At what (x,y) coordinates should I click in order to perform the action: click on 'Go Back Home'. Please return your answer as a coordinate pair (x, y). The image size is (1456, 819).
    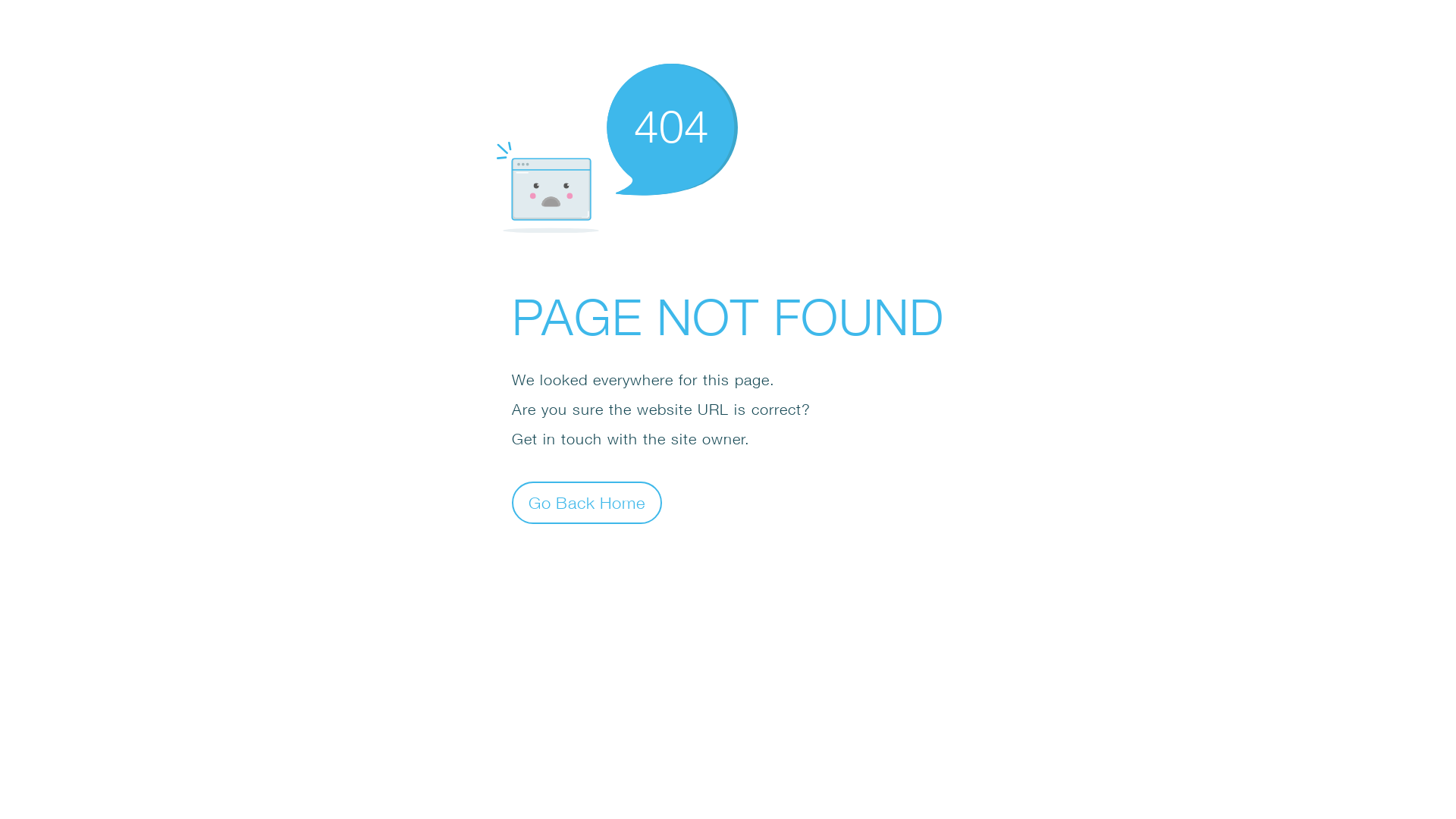
    Looking at the image, I should click on (585, 503).